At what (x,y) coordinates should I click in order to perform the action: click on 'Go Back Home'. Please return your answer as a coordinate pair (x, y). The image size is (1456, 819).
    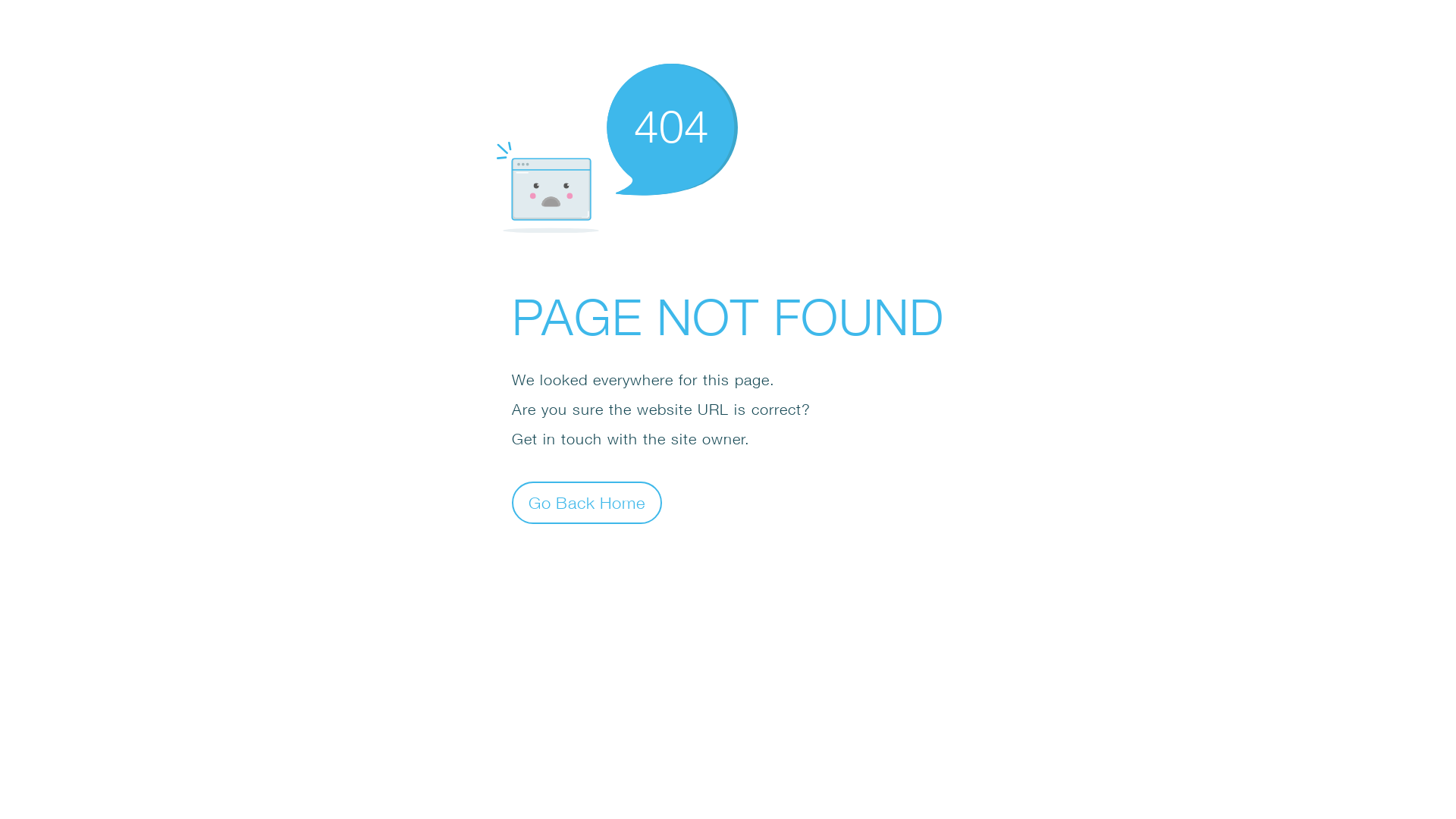
    Looking at the image, I should click on (585, 503).